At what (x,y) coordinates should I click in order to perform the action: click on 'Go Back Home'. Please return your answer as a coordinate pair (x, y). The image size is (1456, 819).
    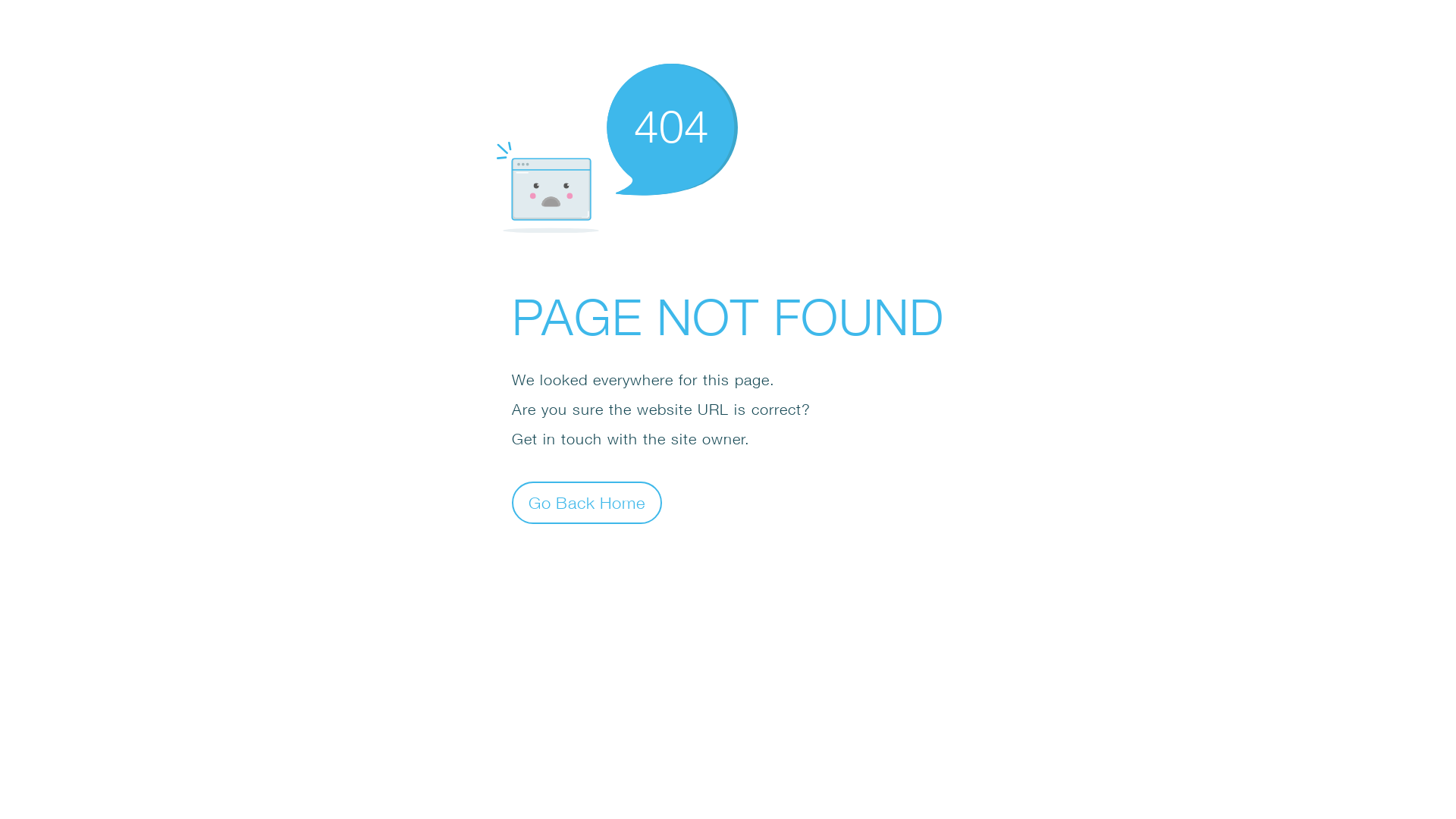
    Looking at the image, I should click on (585, 503).